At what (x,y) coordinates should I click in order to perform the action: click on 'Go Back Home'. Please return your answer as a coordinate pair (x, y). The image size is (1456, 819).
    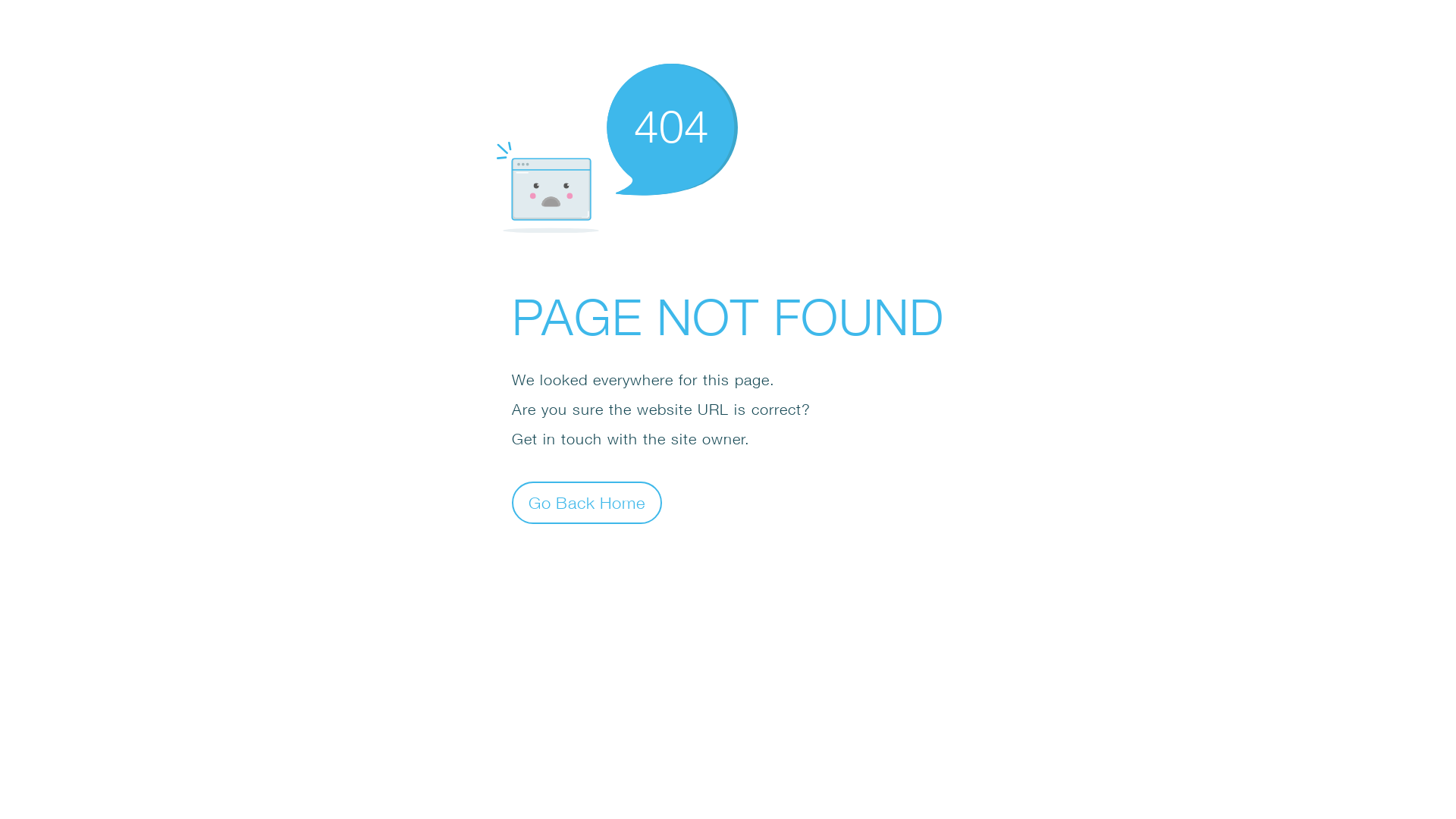
    Looking at the image, I should click on (585, 503).